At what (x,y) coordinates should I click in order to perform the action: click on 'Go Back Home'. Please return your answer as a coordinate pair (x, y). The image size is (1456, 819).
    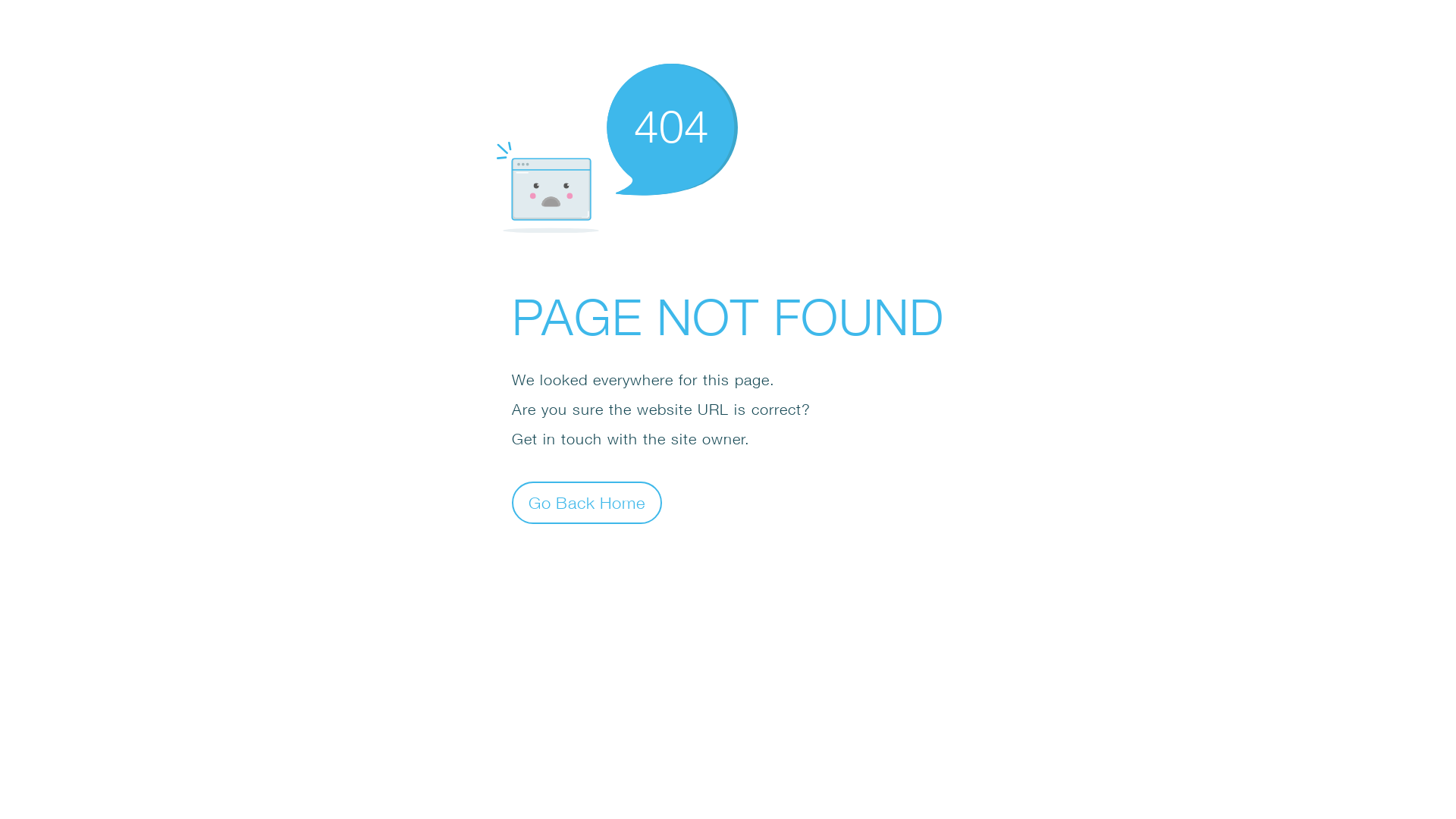
    Looking at the image, I should click on (585, 503).